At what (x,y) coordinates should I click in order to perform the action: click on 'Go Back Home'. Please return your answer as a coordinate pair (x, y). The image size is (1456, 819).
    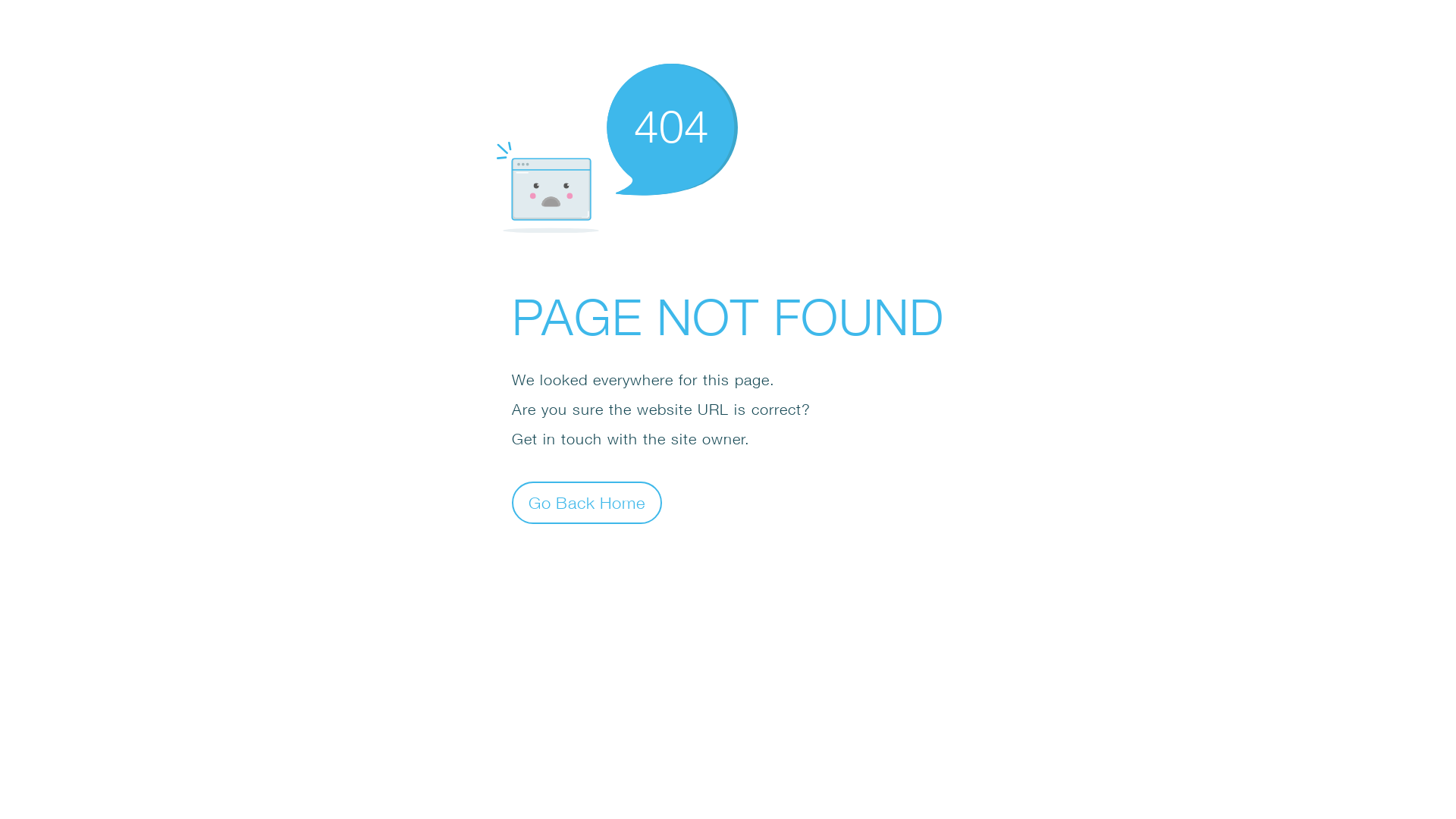
    Looking at the image, I should click on (585, 503).